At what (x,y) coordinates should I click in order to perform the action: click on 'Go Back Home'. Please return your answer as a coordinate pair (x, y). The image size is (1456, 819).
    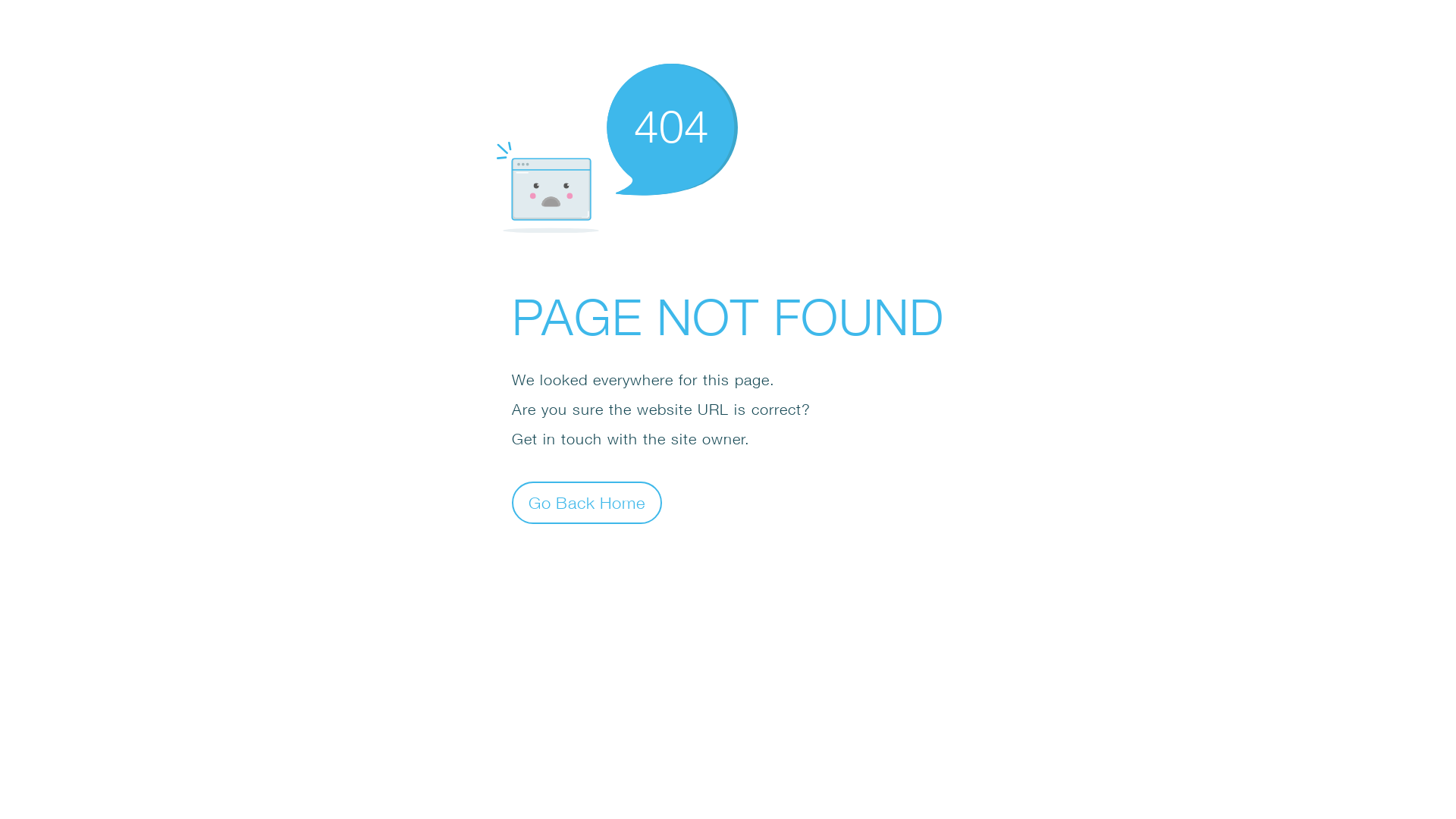
    Looking at the image, I should click on (585, 503).